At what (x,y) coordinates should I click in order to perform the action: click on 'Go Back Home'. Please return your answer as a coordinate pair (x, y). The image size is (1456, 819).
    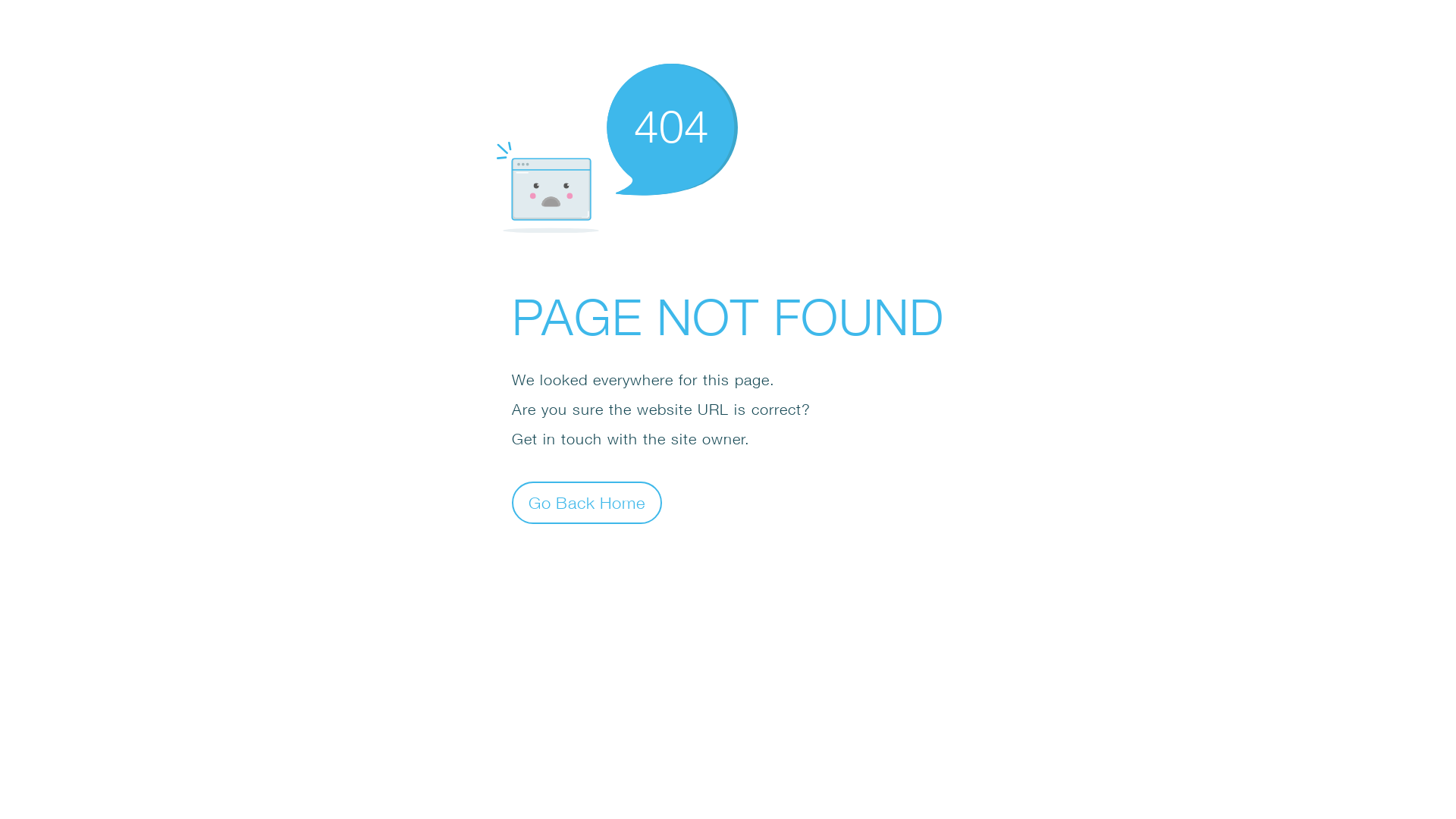
    Looking at the image, I should click on (585, 503).